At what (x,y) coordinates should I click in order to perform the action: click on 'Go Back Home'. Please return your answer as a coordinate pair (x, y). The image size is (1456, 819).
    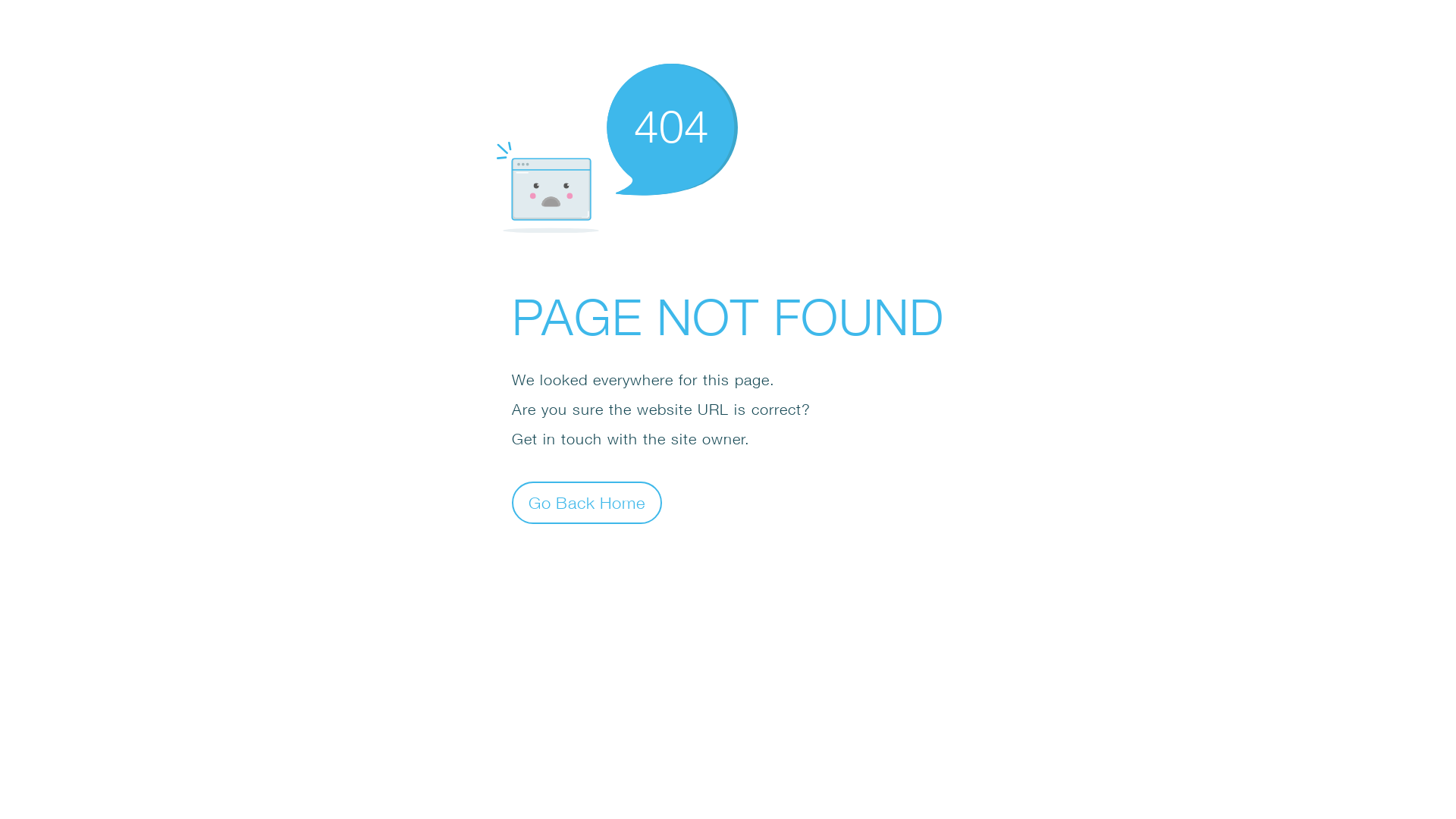
    Looking at the image, I should click on (585, 503).